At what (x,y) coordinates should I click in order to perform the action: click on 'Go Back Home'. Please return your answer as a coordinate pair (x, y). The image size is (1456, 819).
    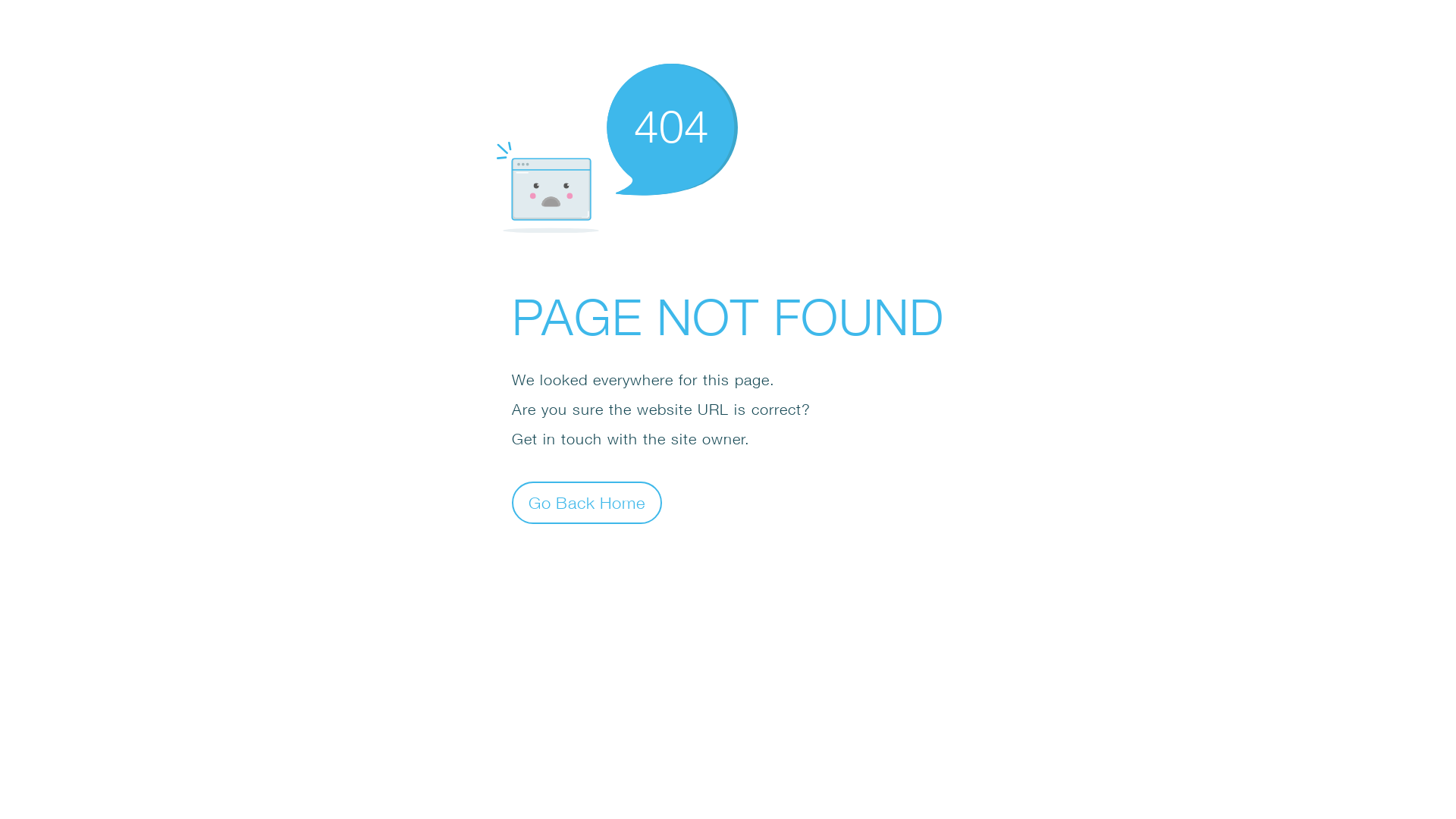
    Looking at the image, I should click on (585, 503).